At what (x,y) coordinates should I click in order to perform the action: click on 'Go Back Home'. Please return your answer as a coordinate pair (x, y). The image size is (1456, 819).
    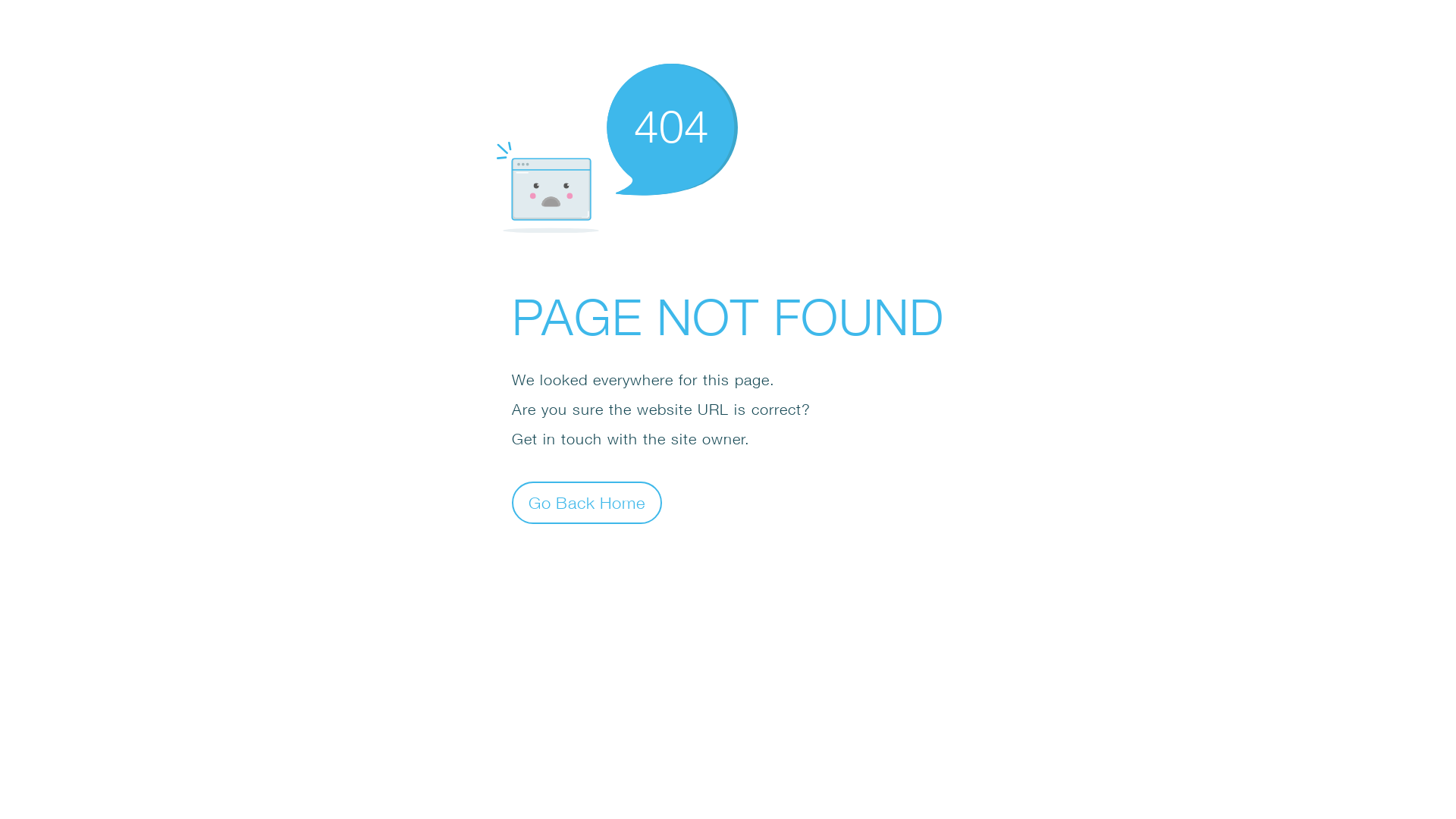
    Looking at the image, I should click on (585, 503).